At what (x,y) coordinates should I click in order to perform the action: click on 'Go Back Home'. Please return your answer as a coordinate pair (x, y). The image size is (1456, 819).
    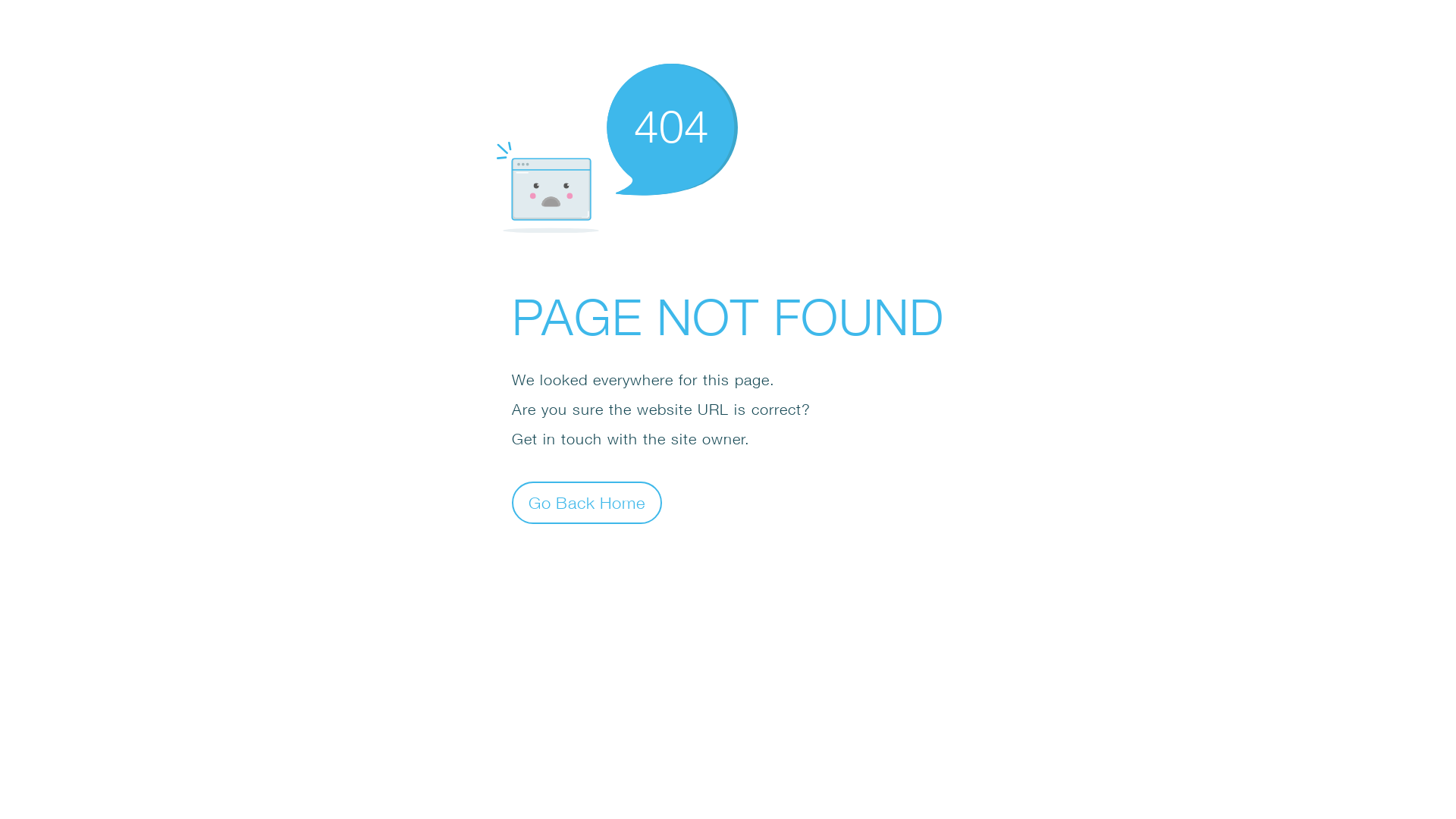
    Looking at the image, I should click on (585, 503).